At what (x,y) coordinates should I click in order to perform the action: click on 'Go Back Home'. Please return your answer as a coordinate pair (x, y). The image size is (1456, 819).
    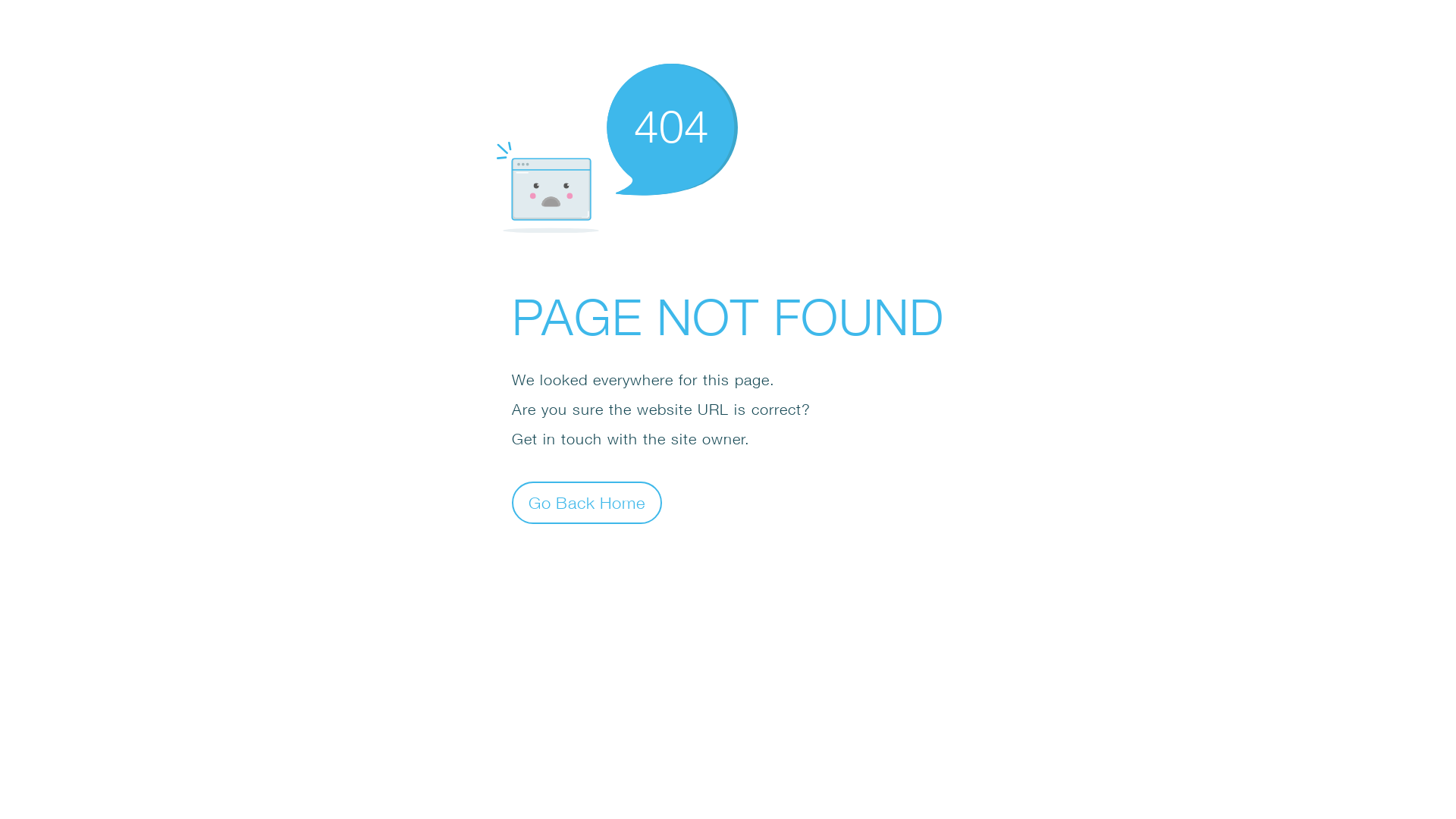
    Looking at the image, I should click on (585, 503).